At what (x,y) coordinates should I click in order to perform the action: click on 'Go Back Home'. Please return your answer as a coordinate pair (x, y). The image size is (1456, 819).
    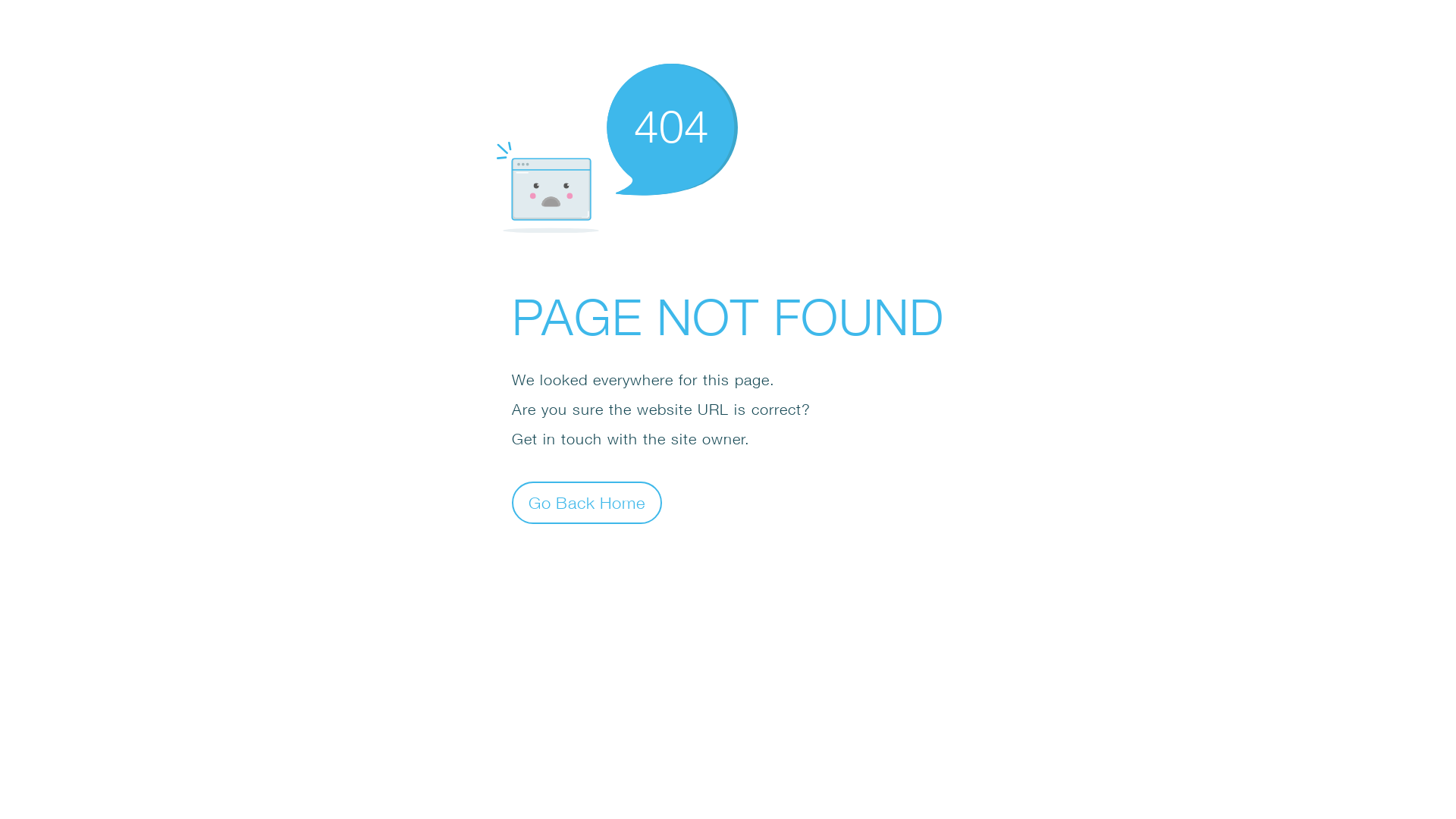
    Looking at the image, I should click on (585, 503).